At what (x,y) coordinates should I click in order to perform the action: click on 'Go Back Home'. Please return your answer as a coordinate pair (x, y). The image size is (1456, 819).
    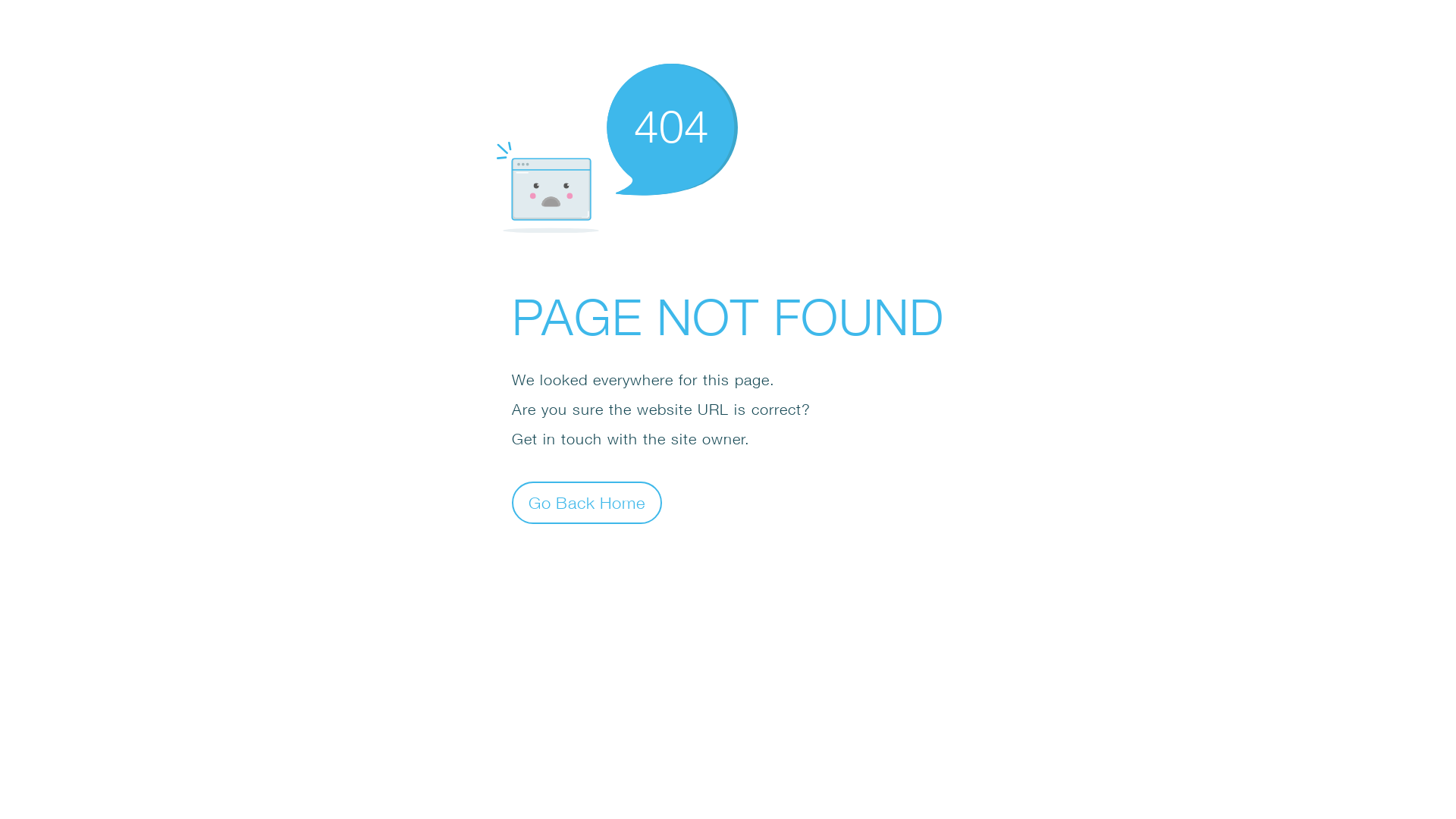
    Looking at the image, I should click on (585, 503).